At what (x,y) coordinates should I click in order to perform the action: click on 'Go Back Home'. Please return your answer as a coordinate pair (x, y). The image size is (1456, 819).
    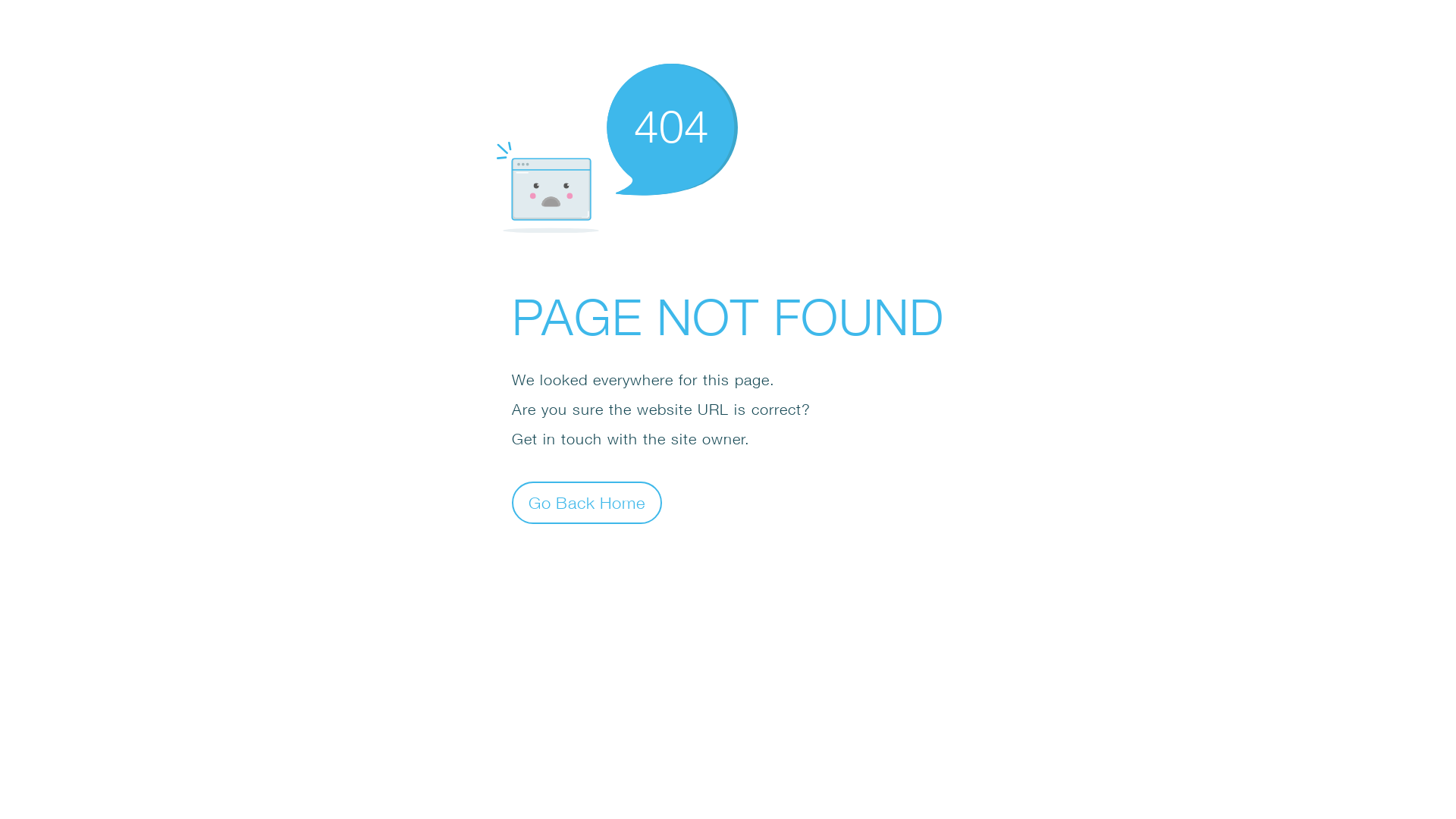
    Looking at the image, I should click on (585, 503).